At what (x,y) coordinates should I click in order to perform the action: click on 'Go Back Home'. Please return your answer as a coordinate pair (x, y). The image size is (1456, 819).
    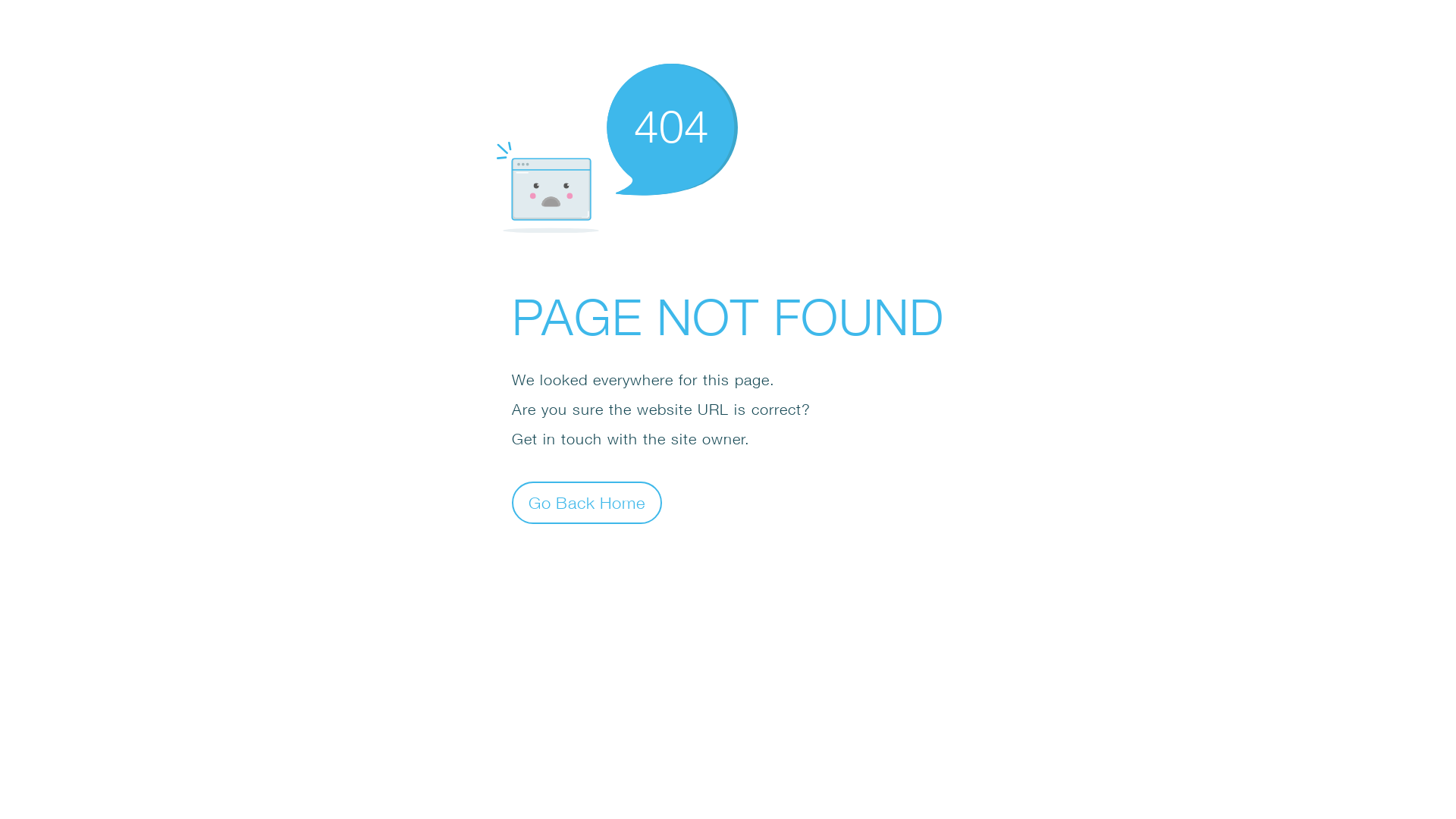
    Looking at the image, I should click on (585, 503).